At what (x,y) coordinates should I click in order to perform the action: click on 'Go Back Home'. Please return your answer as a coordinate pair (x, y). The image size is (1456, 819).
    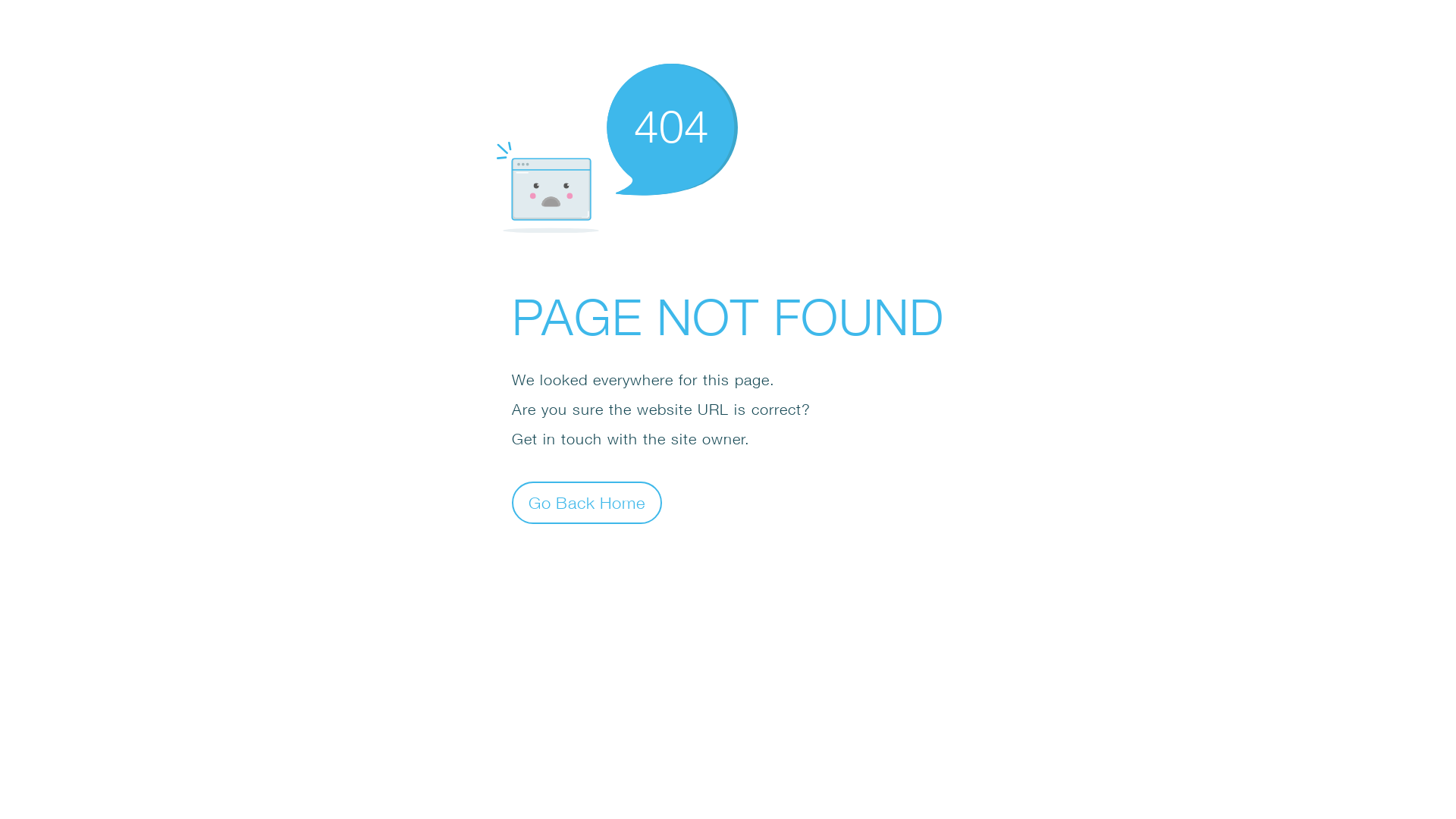
    Looking at the image, I should click on (585, 503).